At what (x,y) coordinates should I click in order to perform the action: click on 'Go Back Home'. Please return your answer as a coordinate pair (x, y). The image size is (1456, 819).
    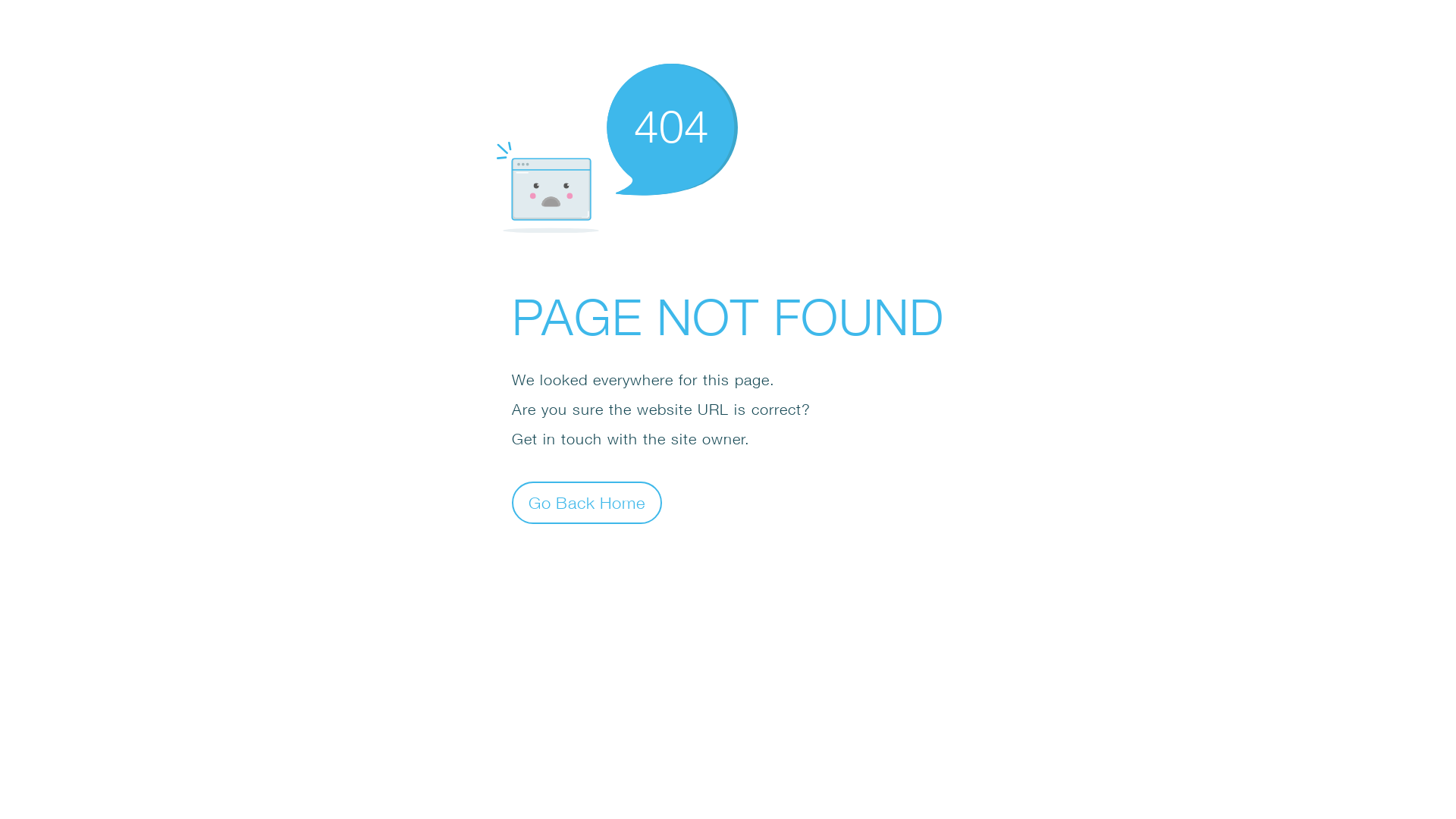
    Looking at the image, I should click on (585, 503).